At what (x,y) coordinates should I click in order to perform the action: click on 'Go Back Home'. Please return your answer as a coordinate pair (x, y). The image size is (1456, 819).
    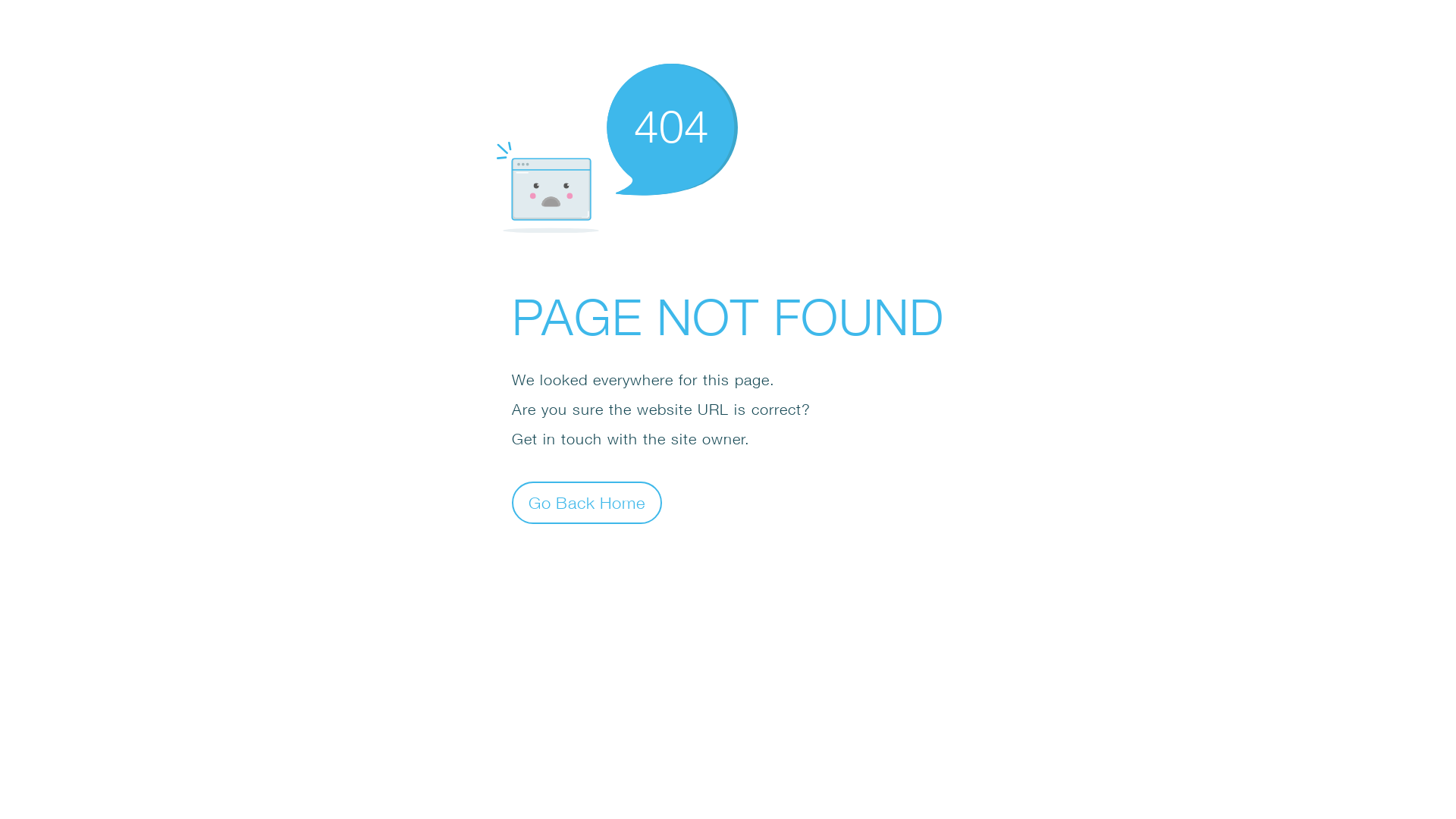
    Looking at the image, I should click on (585, 503).